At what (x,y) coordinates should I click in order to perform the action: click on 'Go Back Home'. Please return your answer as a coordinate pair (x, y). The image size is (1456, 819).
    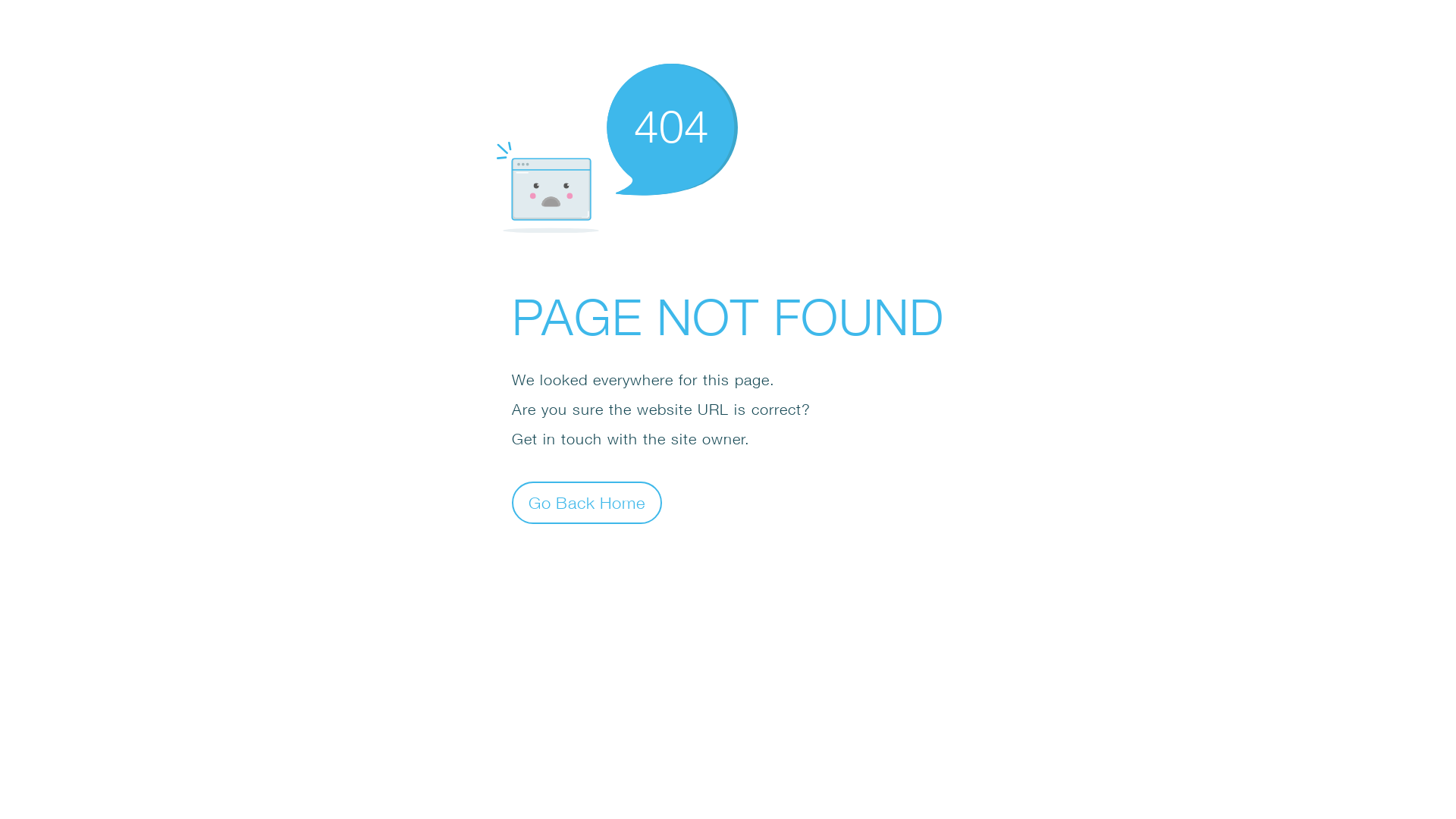
    Looking at the image, I should click on (585, 503).